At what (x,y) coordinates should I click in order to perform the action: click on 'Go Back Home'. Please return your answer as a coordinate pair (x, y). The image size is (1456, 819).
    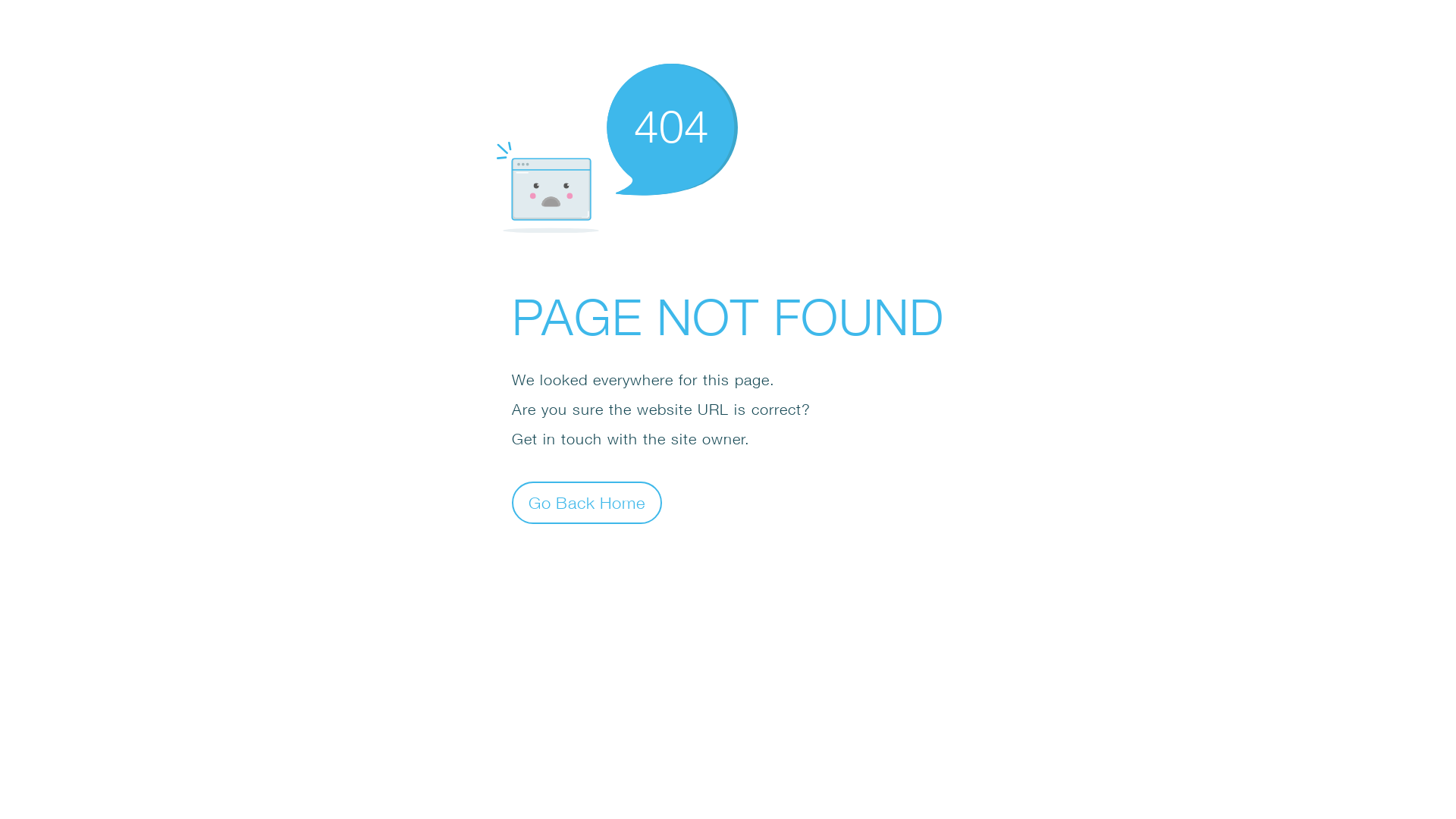
    Looking at the image, I should click on (585, 503).